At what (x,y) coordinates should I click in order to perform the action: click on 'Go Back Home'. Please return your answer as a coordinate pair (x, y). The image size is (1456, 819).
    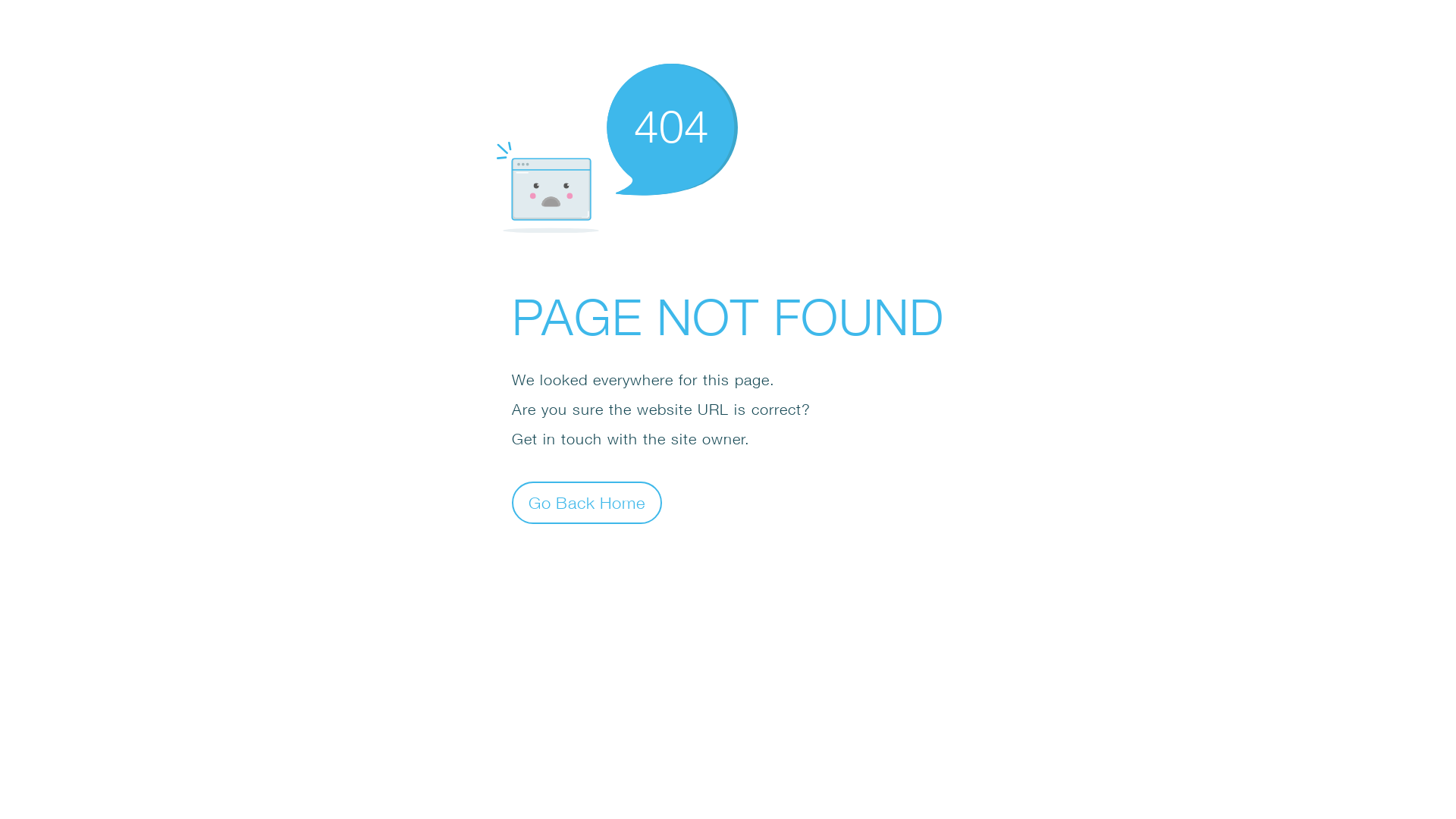
    Looking at the image, I should click on (585, 503).